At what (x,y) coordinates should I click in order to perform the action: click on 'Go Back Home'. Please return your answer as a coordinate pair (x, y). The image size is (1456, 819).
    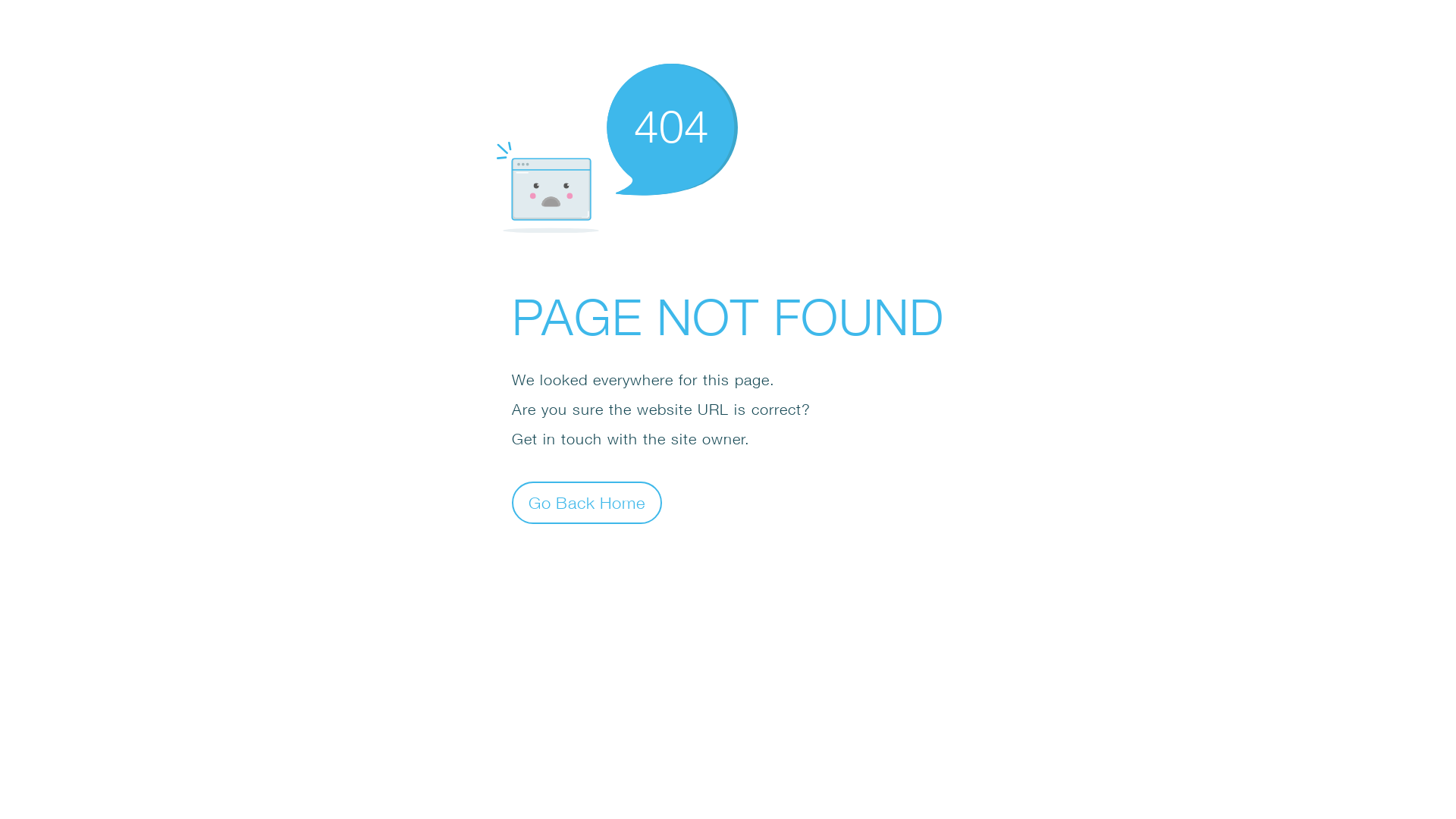
    Looking at the image, I should click on (585, 503).